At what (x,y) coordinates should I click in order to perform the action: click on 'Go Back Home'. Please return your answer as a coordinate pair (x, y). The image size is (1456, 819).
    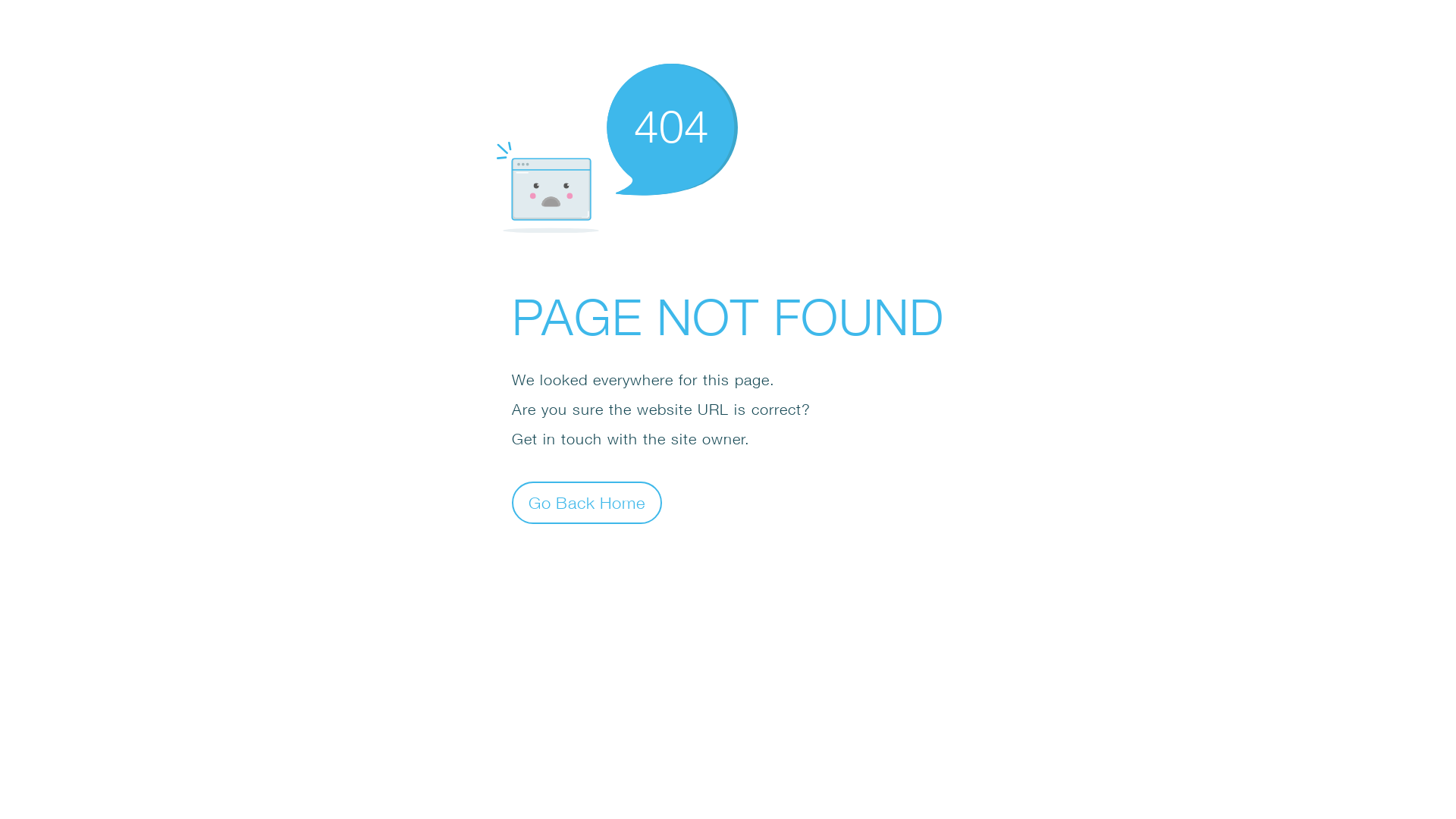
    Looking at the image, I should click on (585, 503).